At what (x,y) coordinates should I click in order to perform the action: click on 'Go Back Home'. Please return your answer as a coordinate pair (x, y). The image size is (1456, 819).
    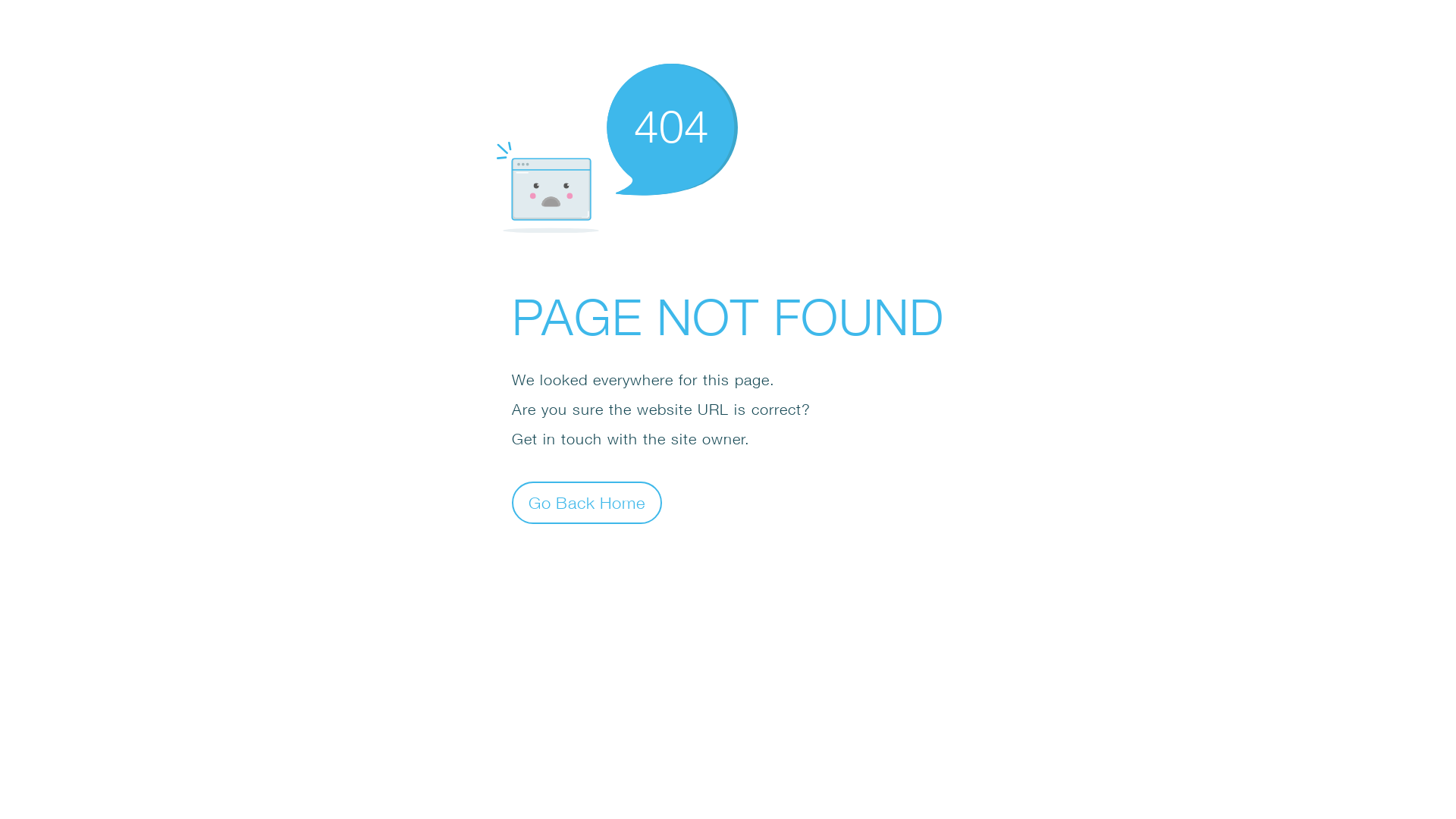
    Looking at the image, I should click on (585, 503).